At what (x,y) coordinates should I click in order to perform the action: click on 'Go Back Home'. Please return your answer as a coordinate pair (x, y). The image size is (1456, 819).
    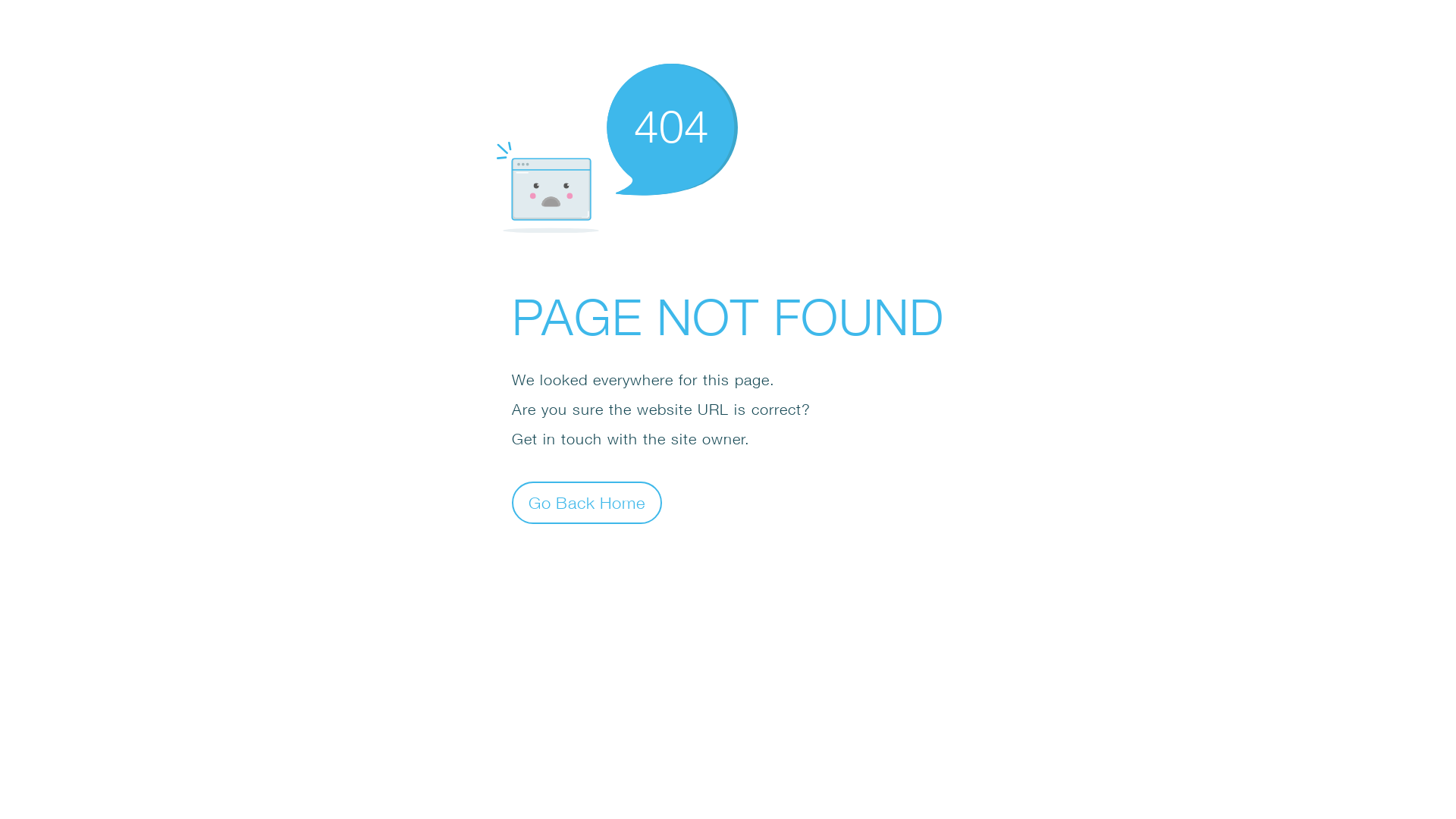
    Looking at the image, I should click on (585, 503).